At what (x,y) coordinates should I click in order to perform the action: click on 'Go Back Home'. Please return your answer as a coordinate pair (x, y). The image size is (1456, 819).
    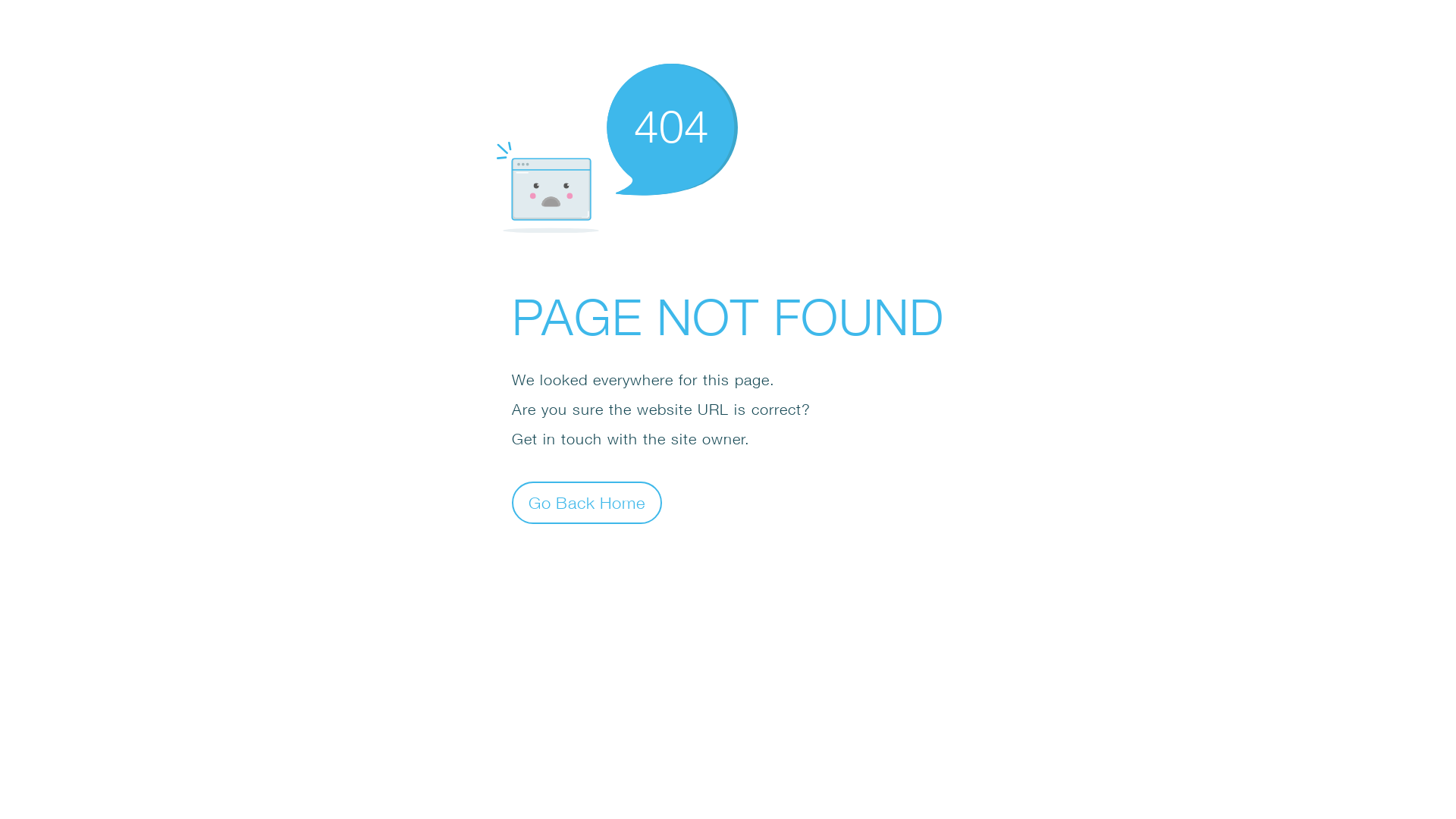
    Looking at the image, I should click on (585, 503).